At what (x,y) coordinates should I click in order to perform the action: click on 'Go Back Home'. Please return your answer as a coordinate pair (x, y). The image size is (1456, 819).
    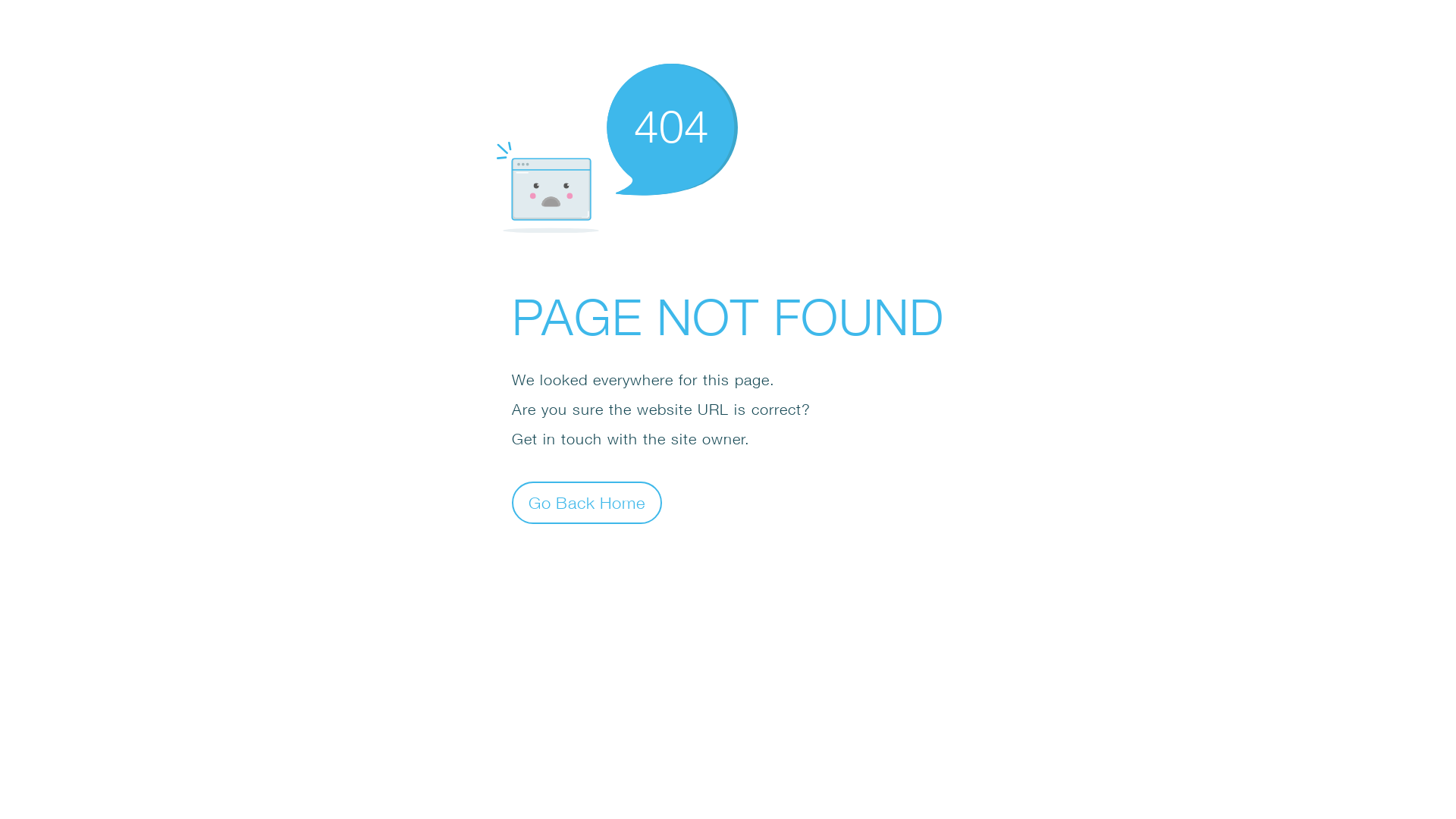
    Looking at the image, I should click on (585, 503).